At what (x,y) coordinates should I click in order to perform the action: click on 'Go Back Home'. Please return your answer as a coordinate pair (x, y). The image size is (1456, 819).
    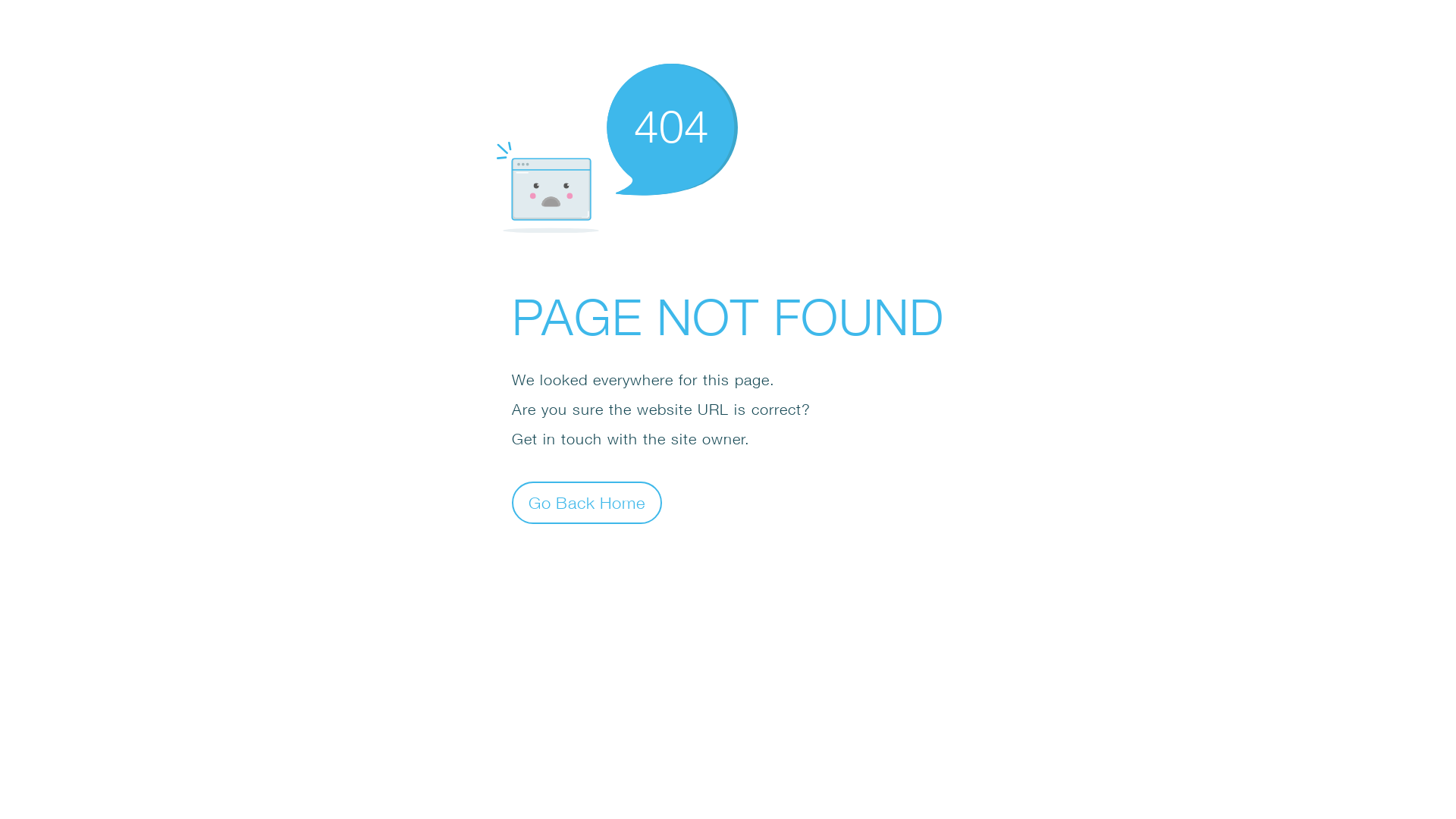
    Looking at the image, I should click on (585, 503).